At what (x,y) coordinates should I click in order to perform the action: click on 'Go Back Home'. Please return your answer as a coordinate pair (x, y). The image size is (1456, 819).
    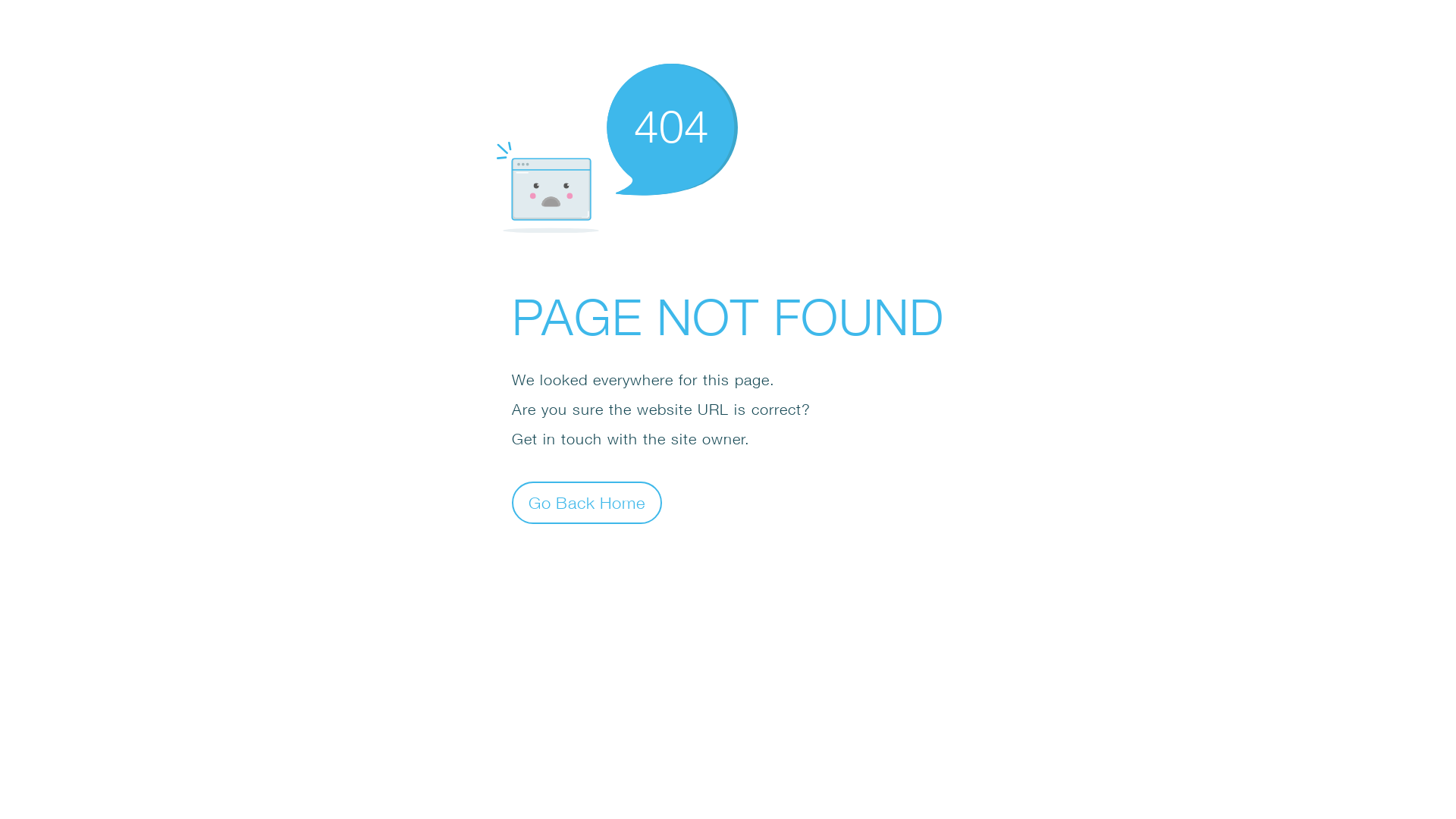
    Looking at the image, I should click on (585, 503).